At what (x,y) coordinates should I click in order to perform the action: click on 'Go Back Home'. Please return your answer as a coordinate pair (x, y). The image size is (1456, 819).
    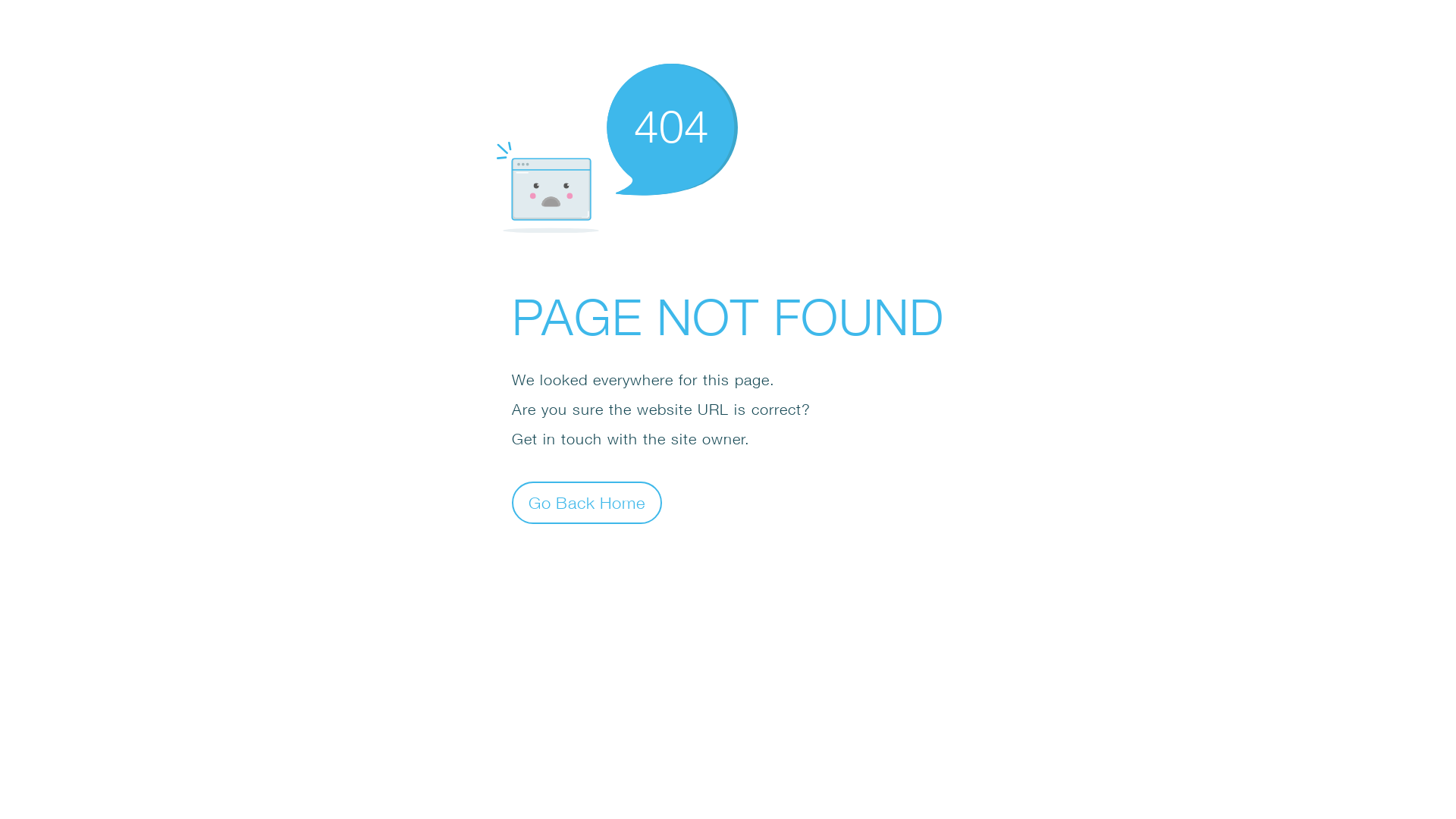
    Looking at the image, I should click on (585, 503).